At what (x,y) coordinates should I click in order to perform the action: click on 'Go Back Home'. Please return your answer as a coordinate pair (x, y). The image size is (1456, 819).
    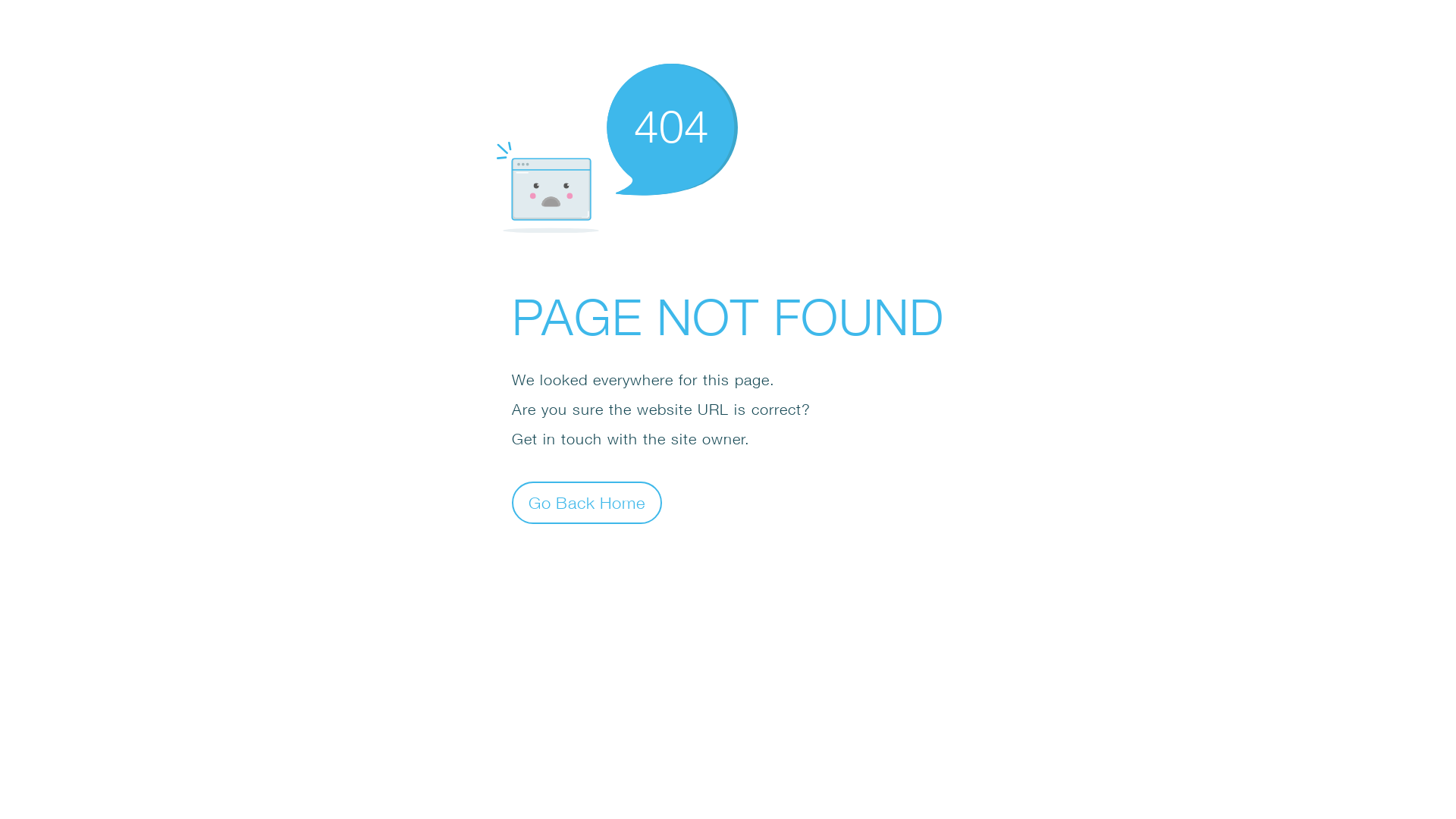
    Looking at the image, I should click on (585, 503).